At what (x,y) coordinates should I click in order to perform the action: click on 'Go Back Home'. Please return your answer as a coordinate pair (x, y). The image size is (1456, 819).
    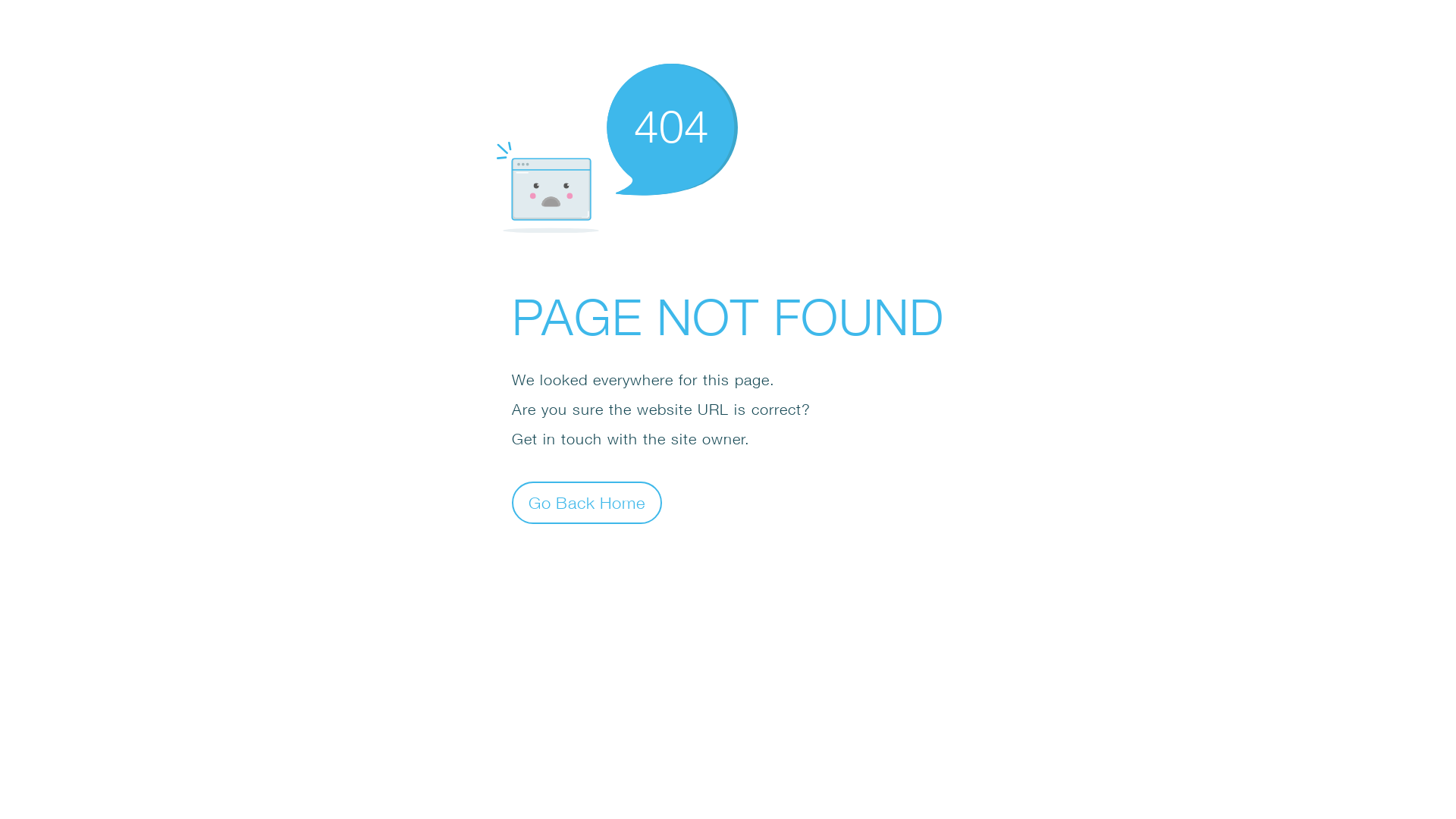
    Looking at the image, I should click on (585, 503).